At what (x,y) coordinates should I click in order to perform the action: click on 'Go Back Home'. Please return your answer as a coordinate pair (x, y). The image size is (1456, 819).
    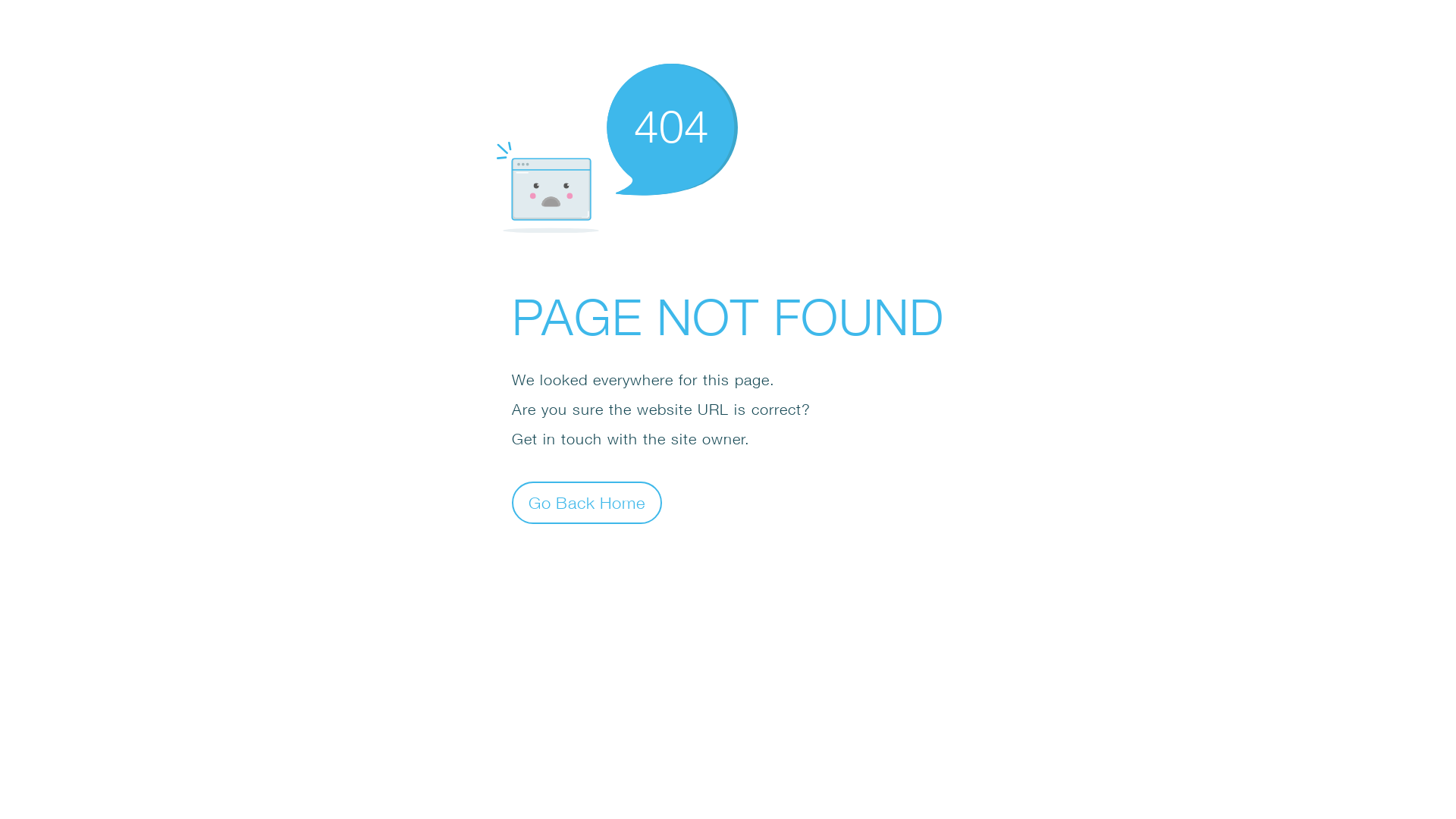
    Looking at the image, I should click on (585, 503).